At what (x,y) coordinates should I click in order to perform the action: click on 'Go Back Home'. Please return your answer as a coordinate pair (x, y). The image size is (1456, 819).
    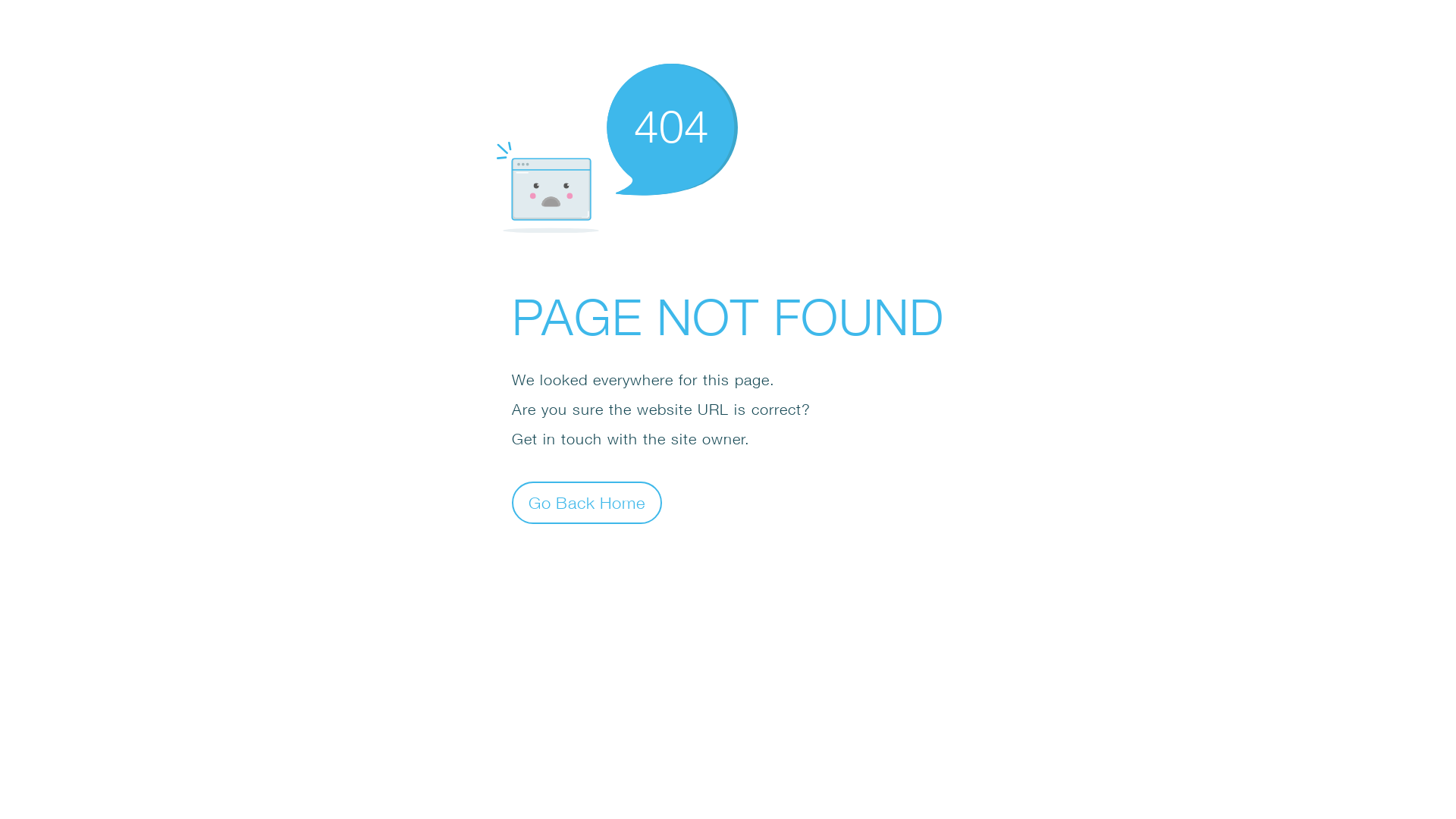
    Looking at the image, I should click on (585, 503).